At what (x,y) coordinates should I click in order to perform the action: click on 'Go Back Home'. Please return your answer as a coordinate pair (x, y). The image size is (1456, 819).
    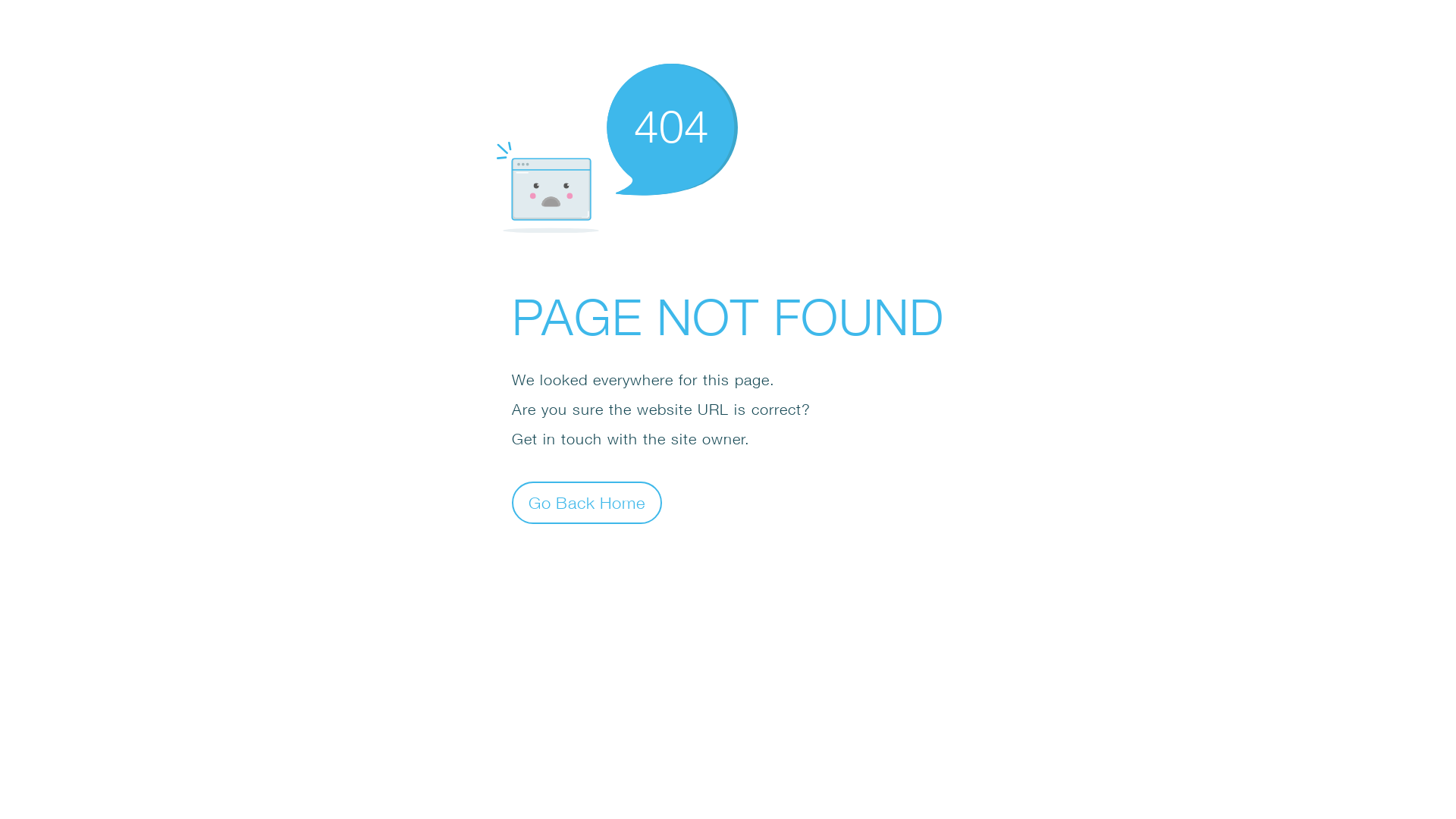
    Looking at the image, I should click on (585, 503).